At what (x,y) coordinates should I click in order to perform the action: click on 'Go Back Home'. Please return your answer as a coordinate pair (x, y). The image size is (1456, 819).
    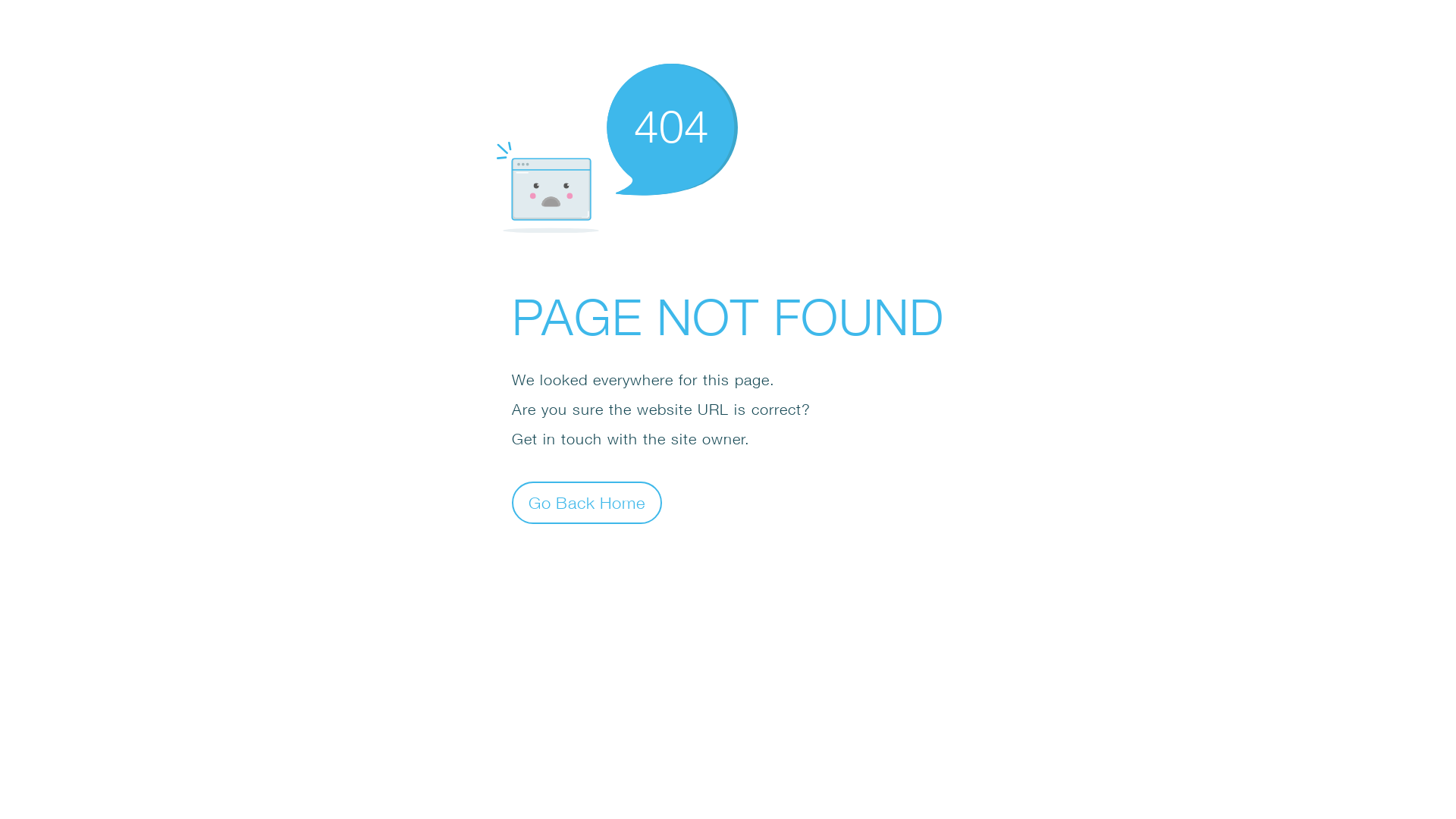
    Looking at the image, I should click on (585, 503).